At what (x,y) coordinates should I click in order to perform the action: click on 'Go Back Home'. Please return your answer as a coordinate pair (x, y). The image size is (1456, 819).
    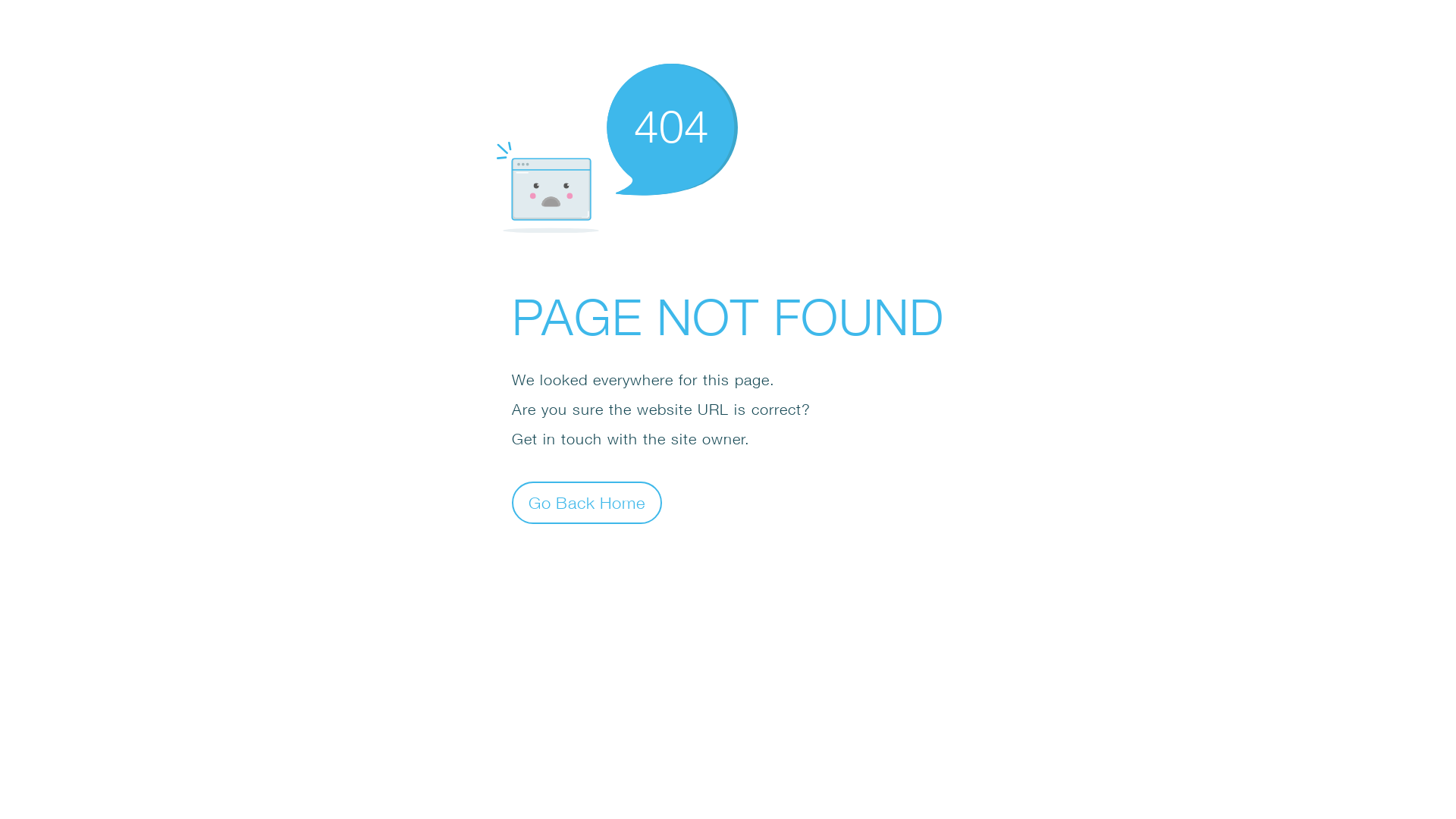
    Looking at the image, I should click on (585, 503).